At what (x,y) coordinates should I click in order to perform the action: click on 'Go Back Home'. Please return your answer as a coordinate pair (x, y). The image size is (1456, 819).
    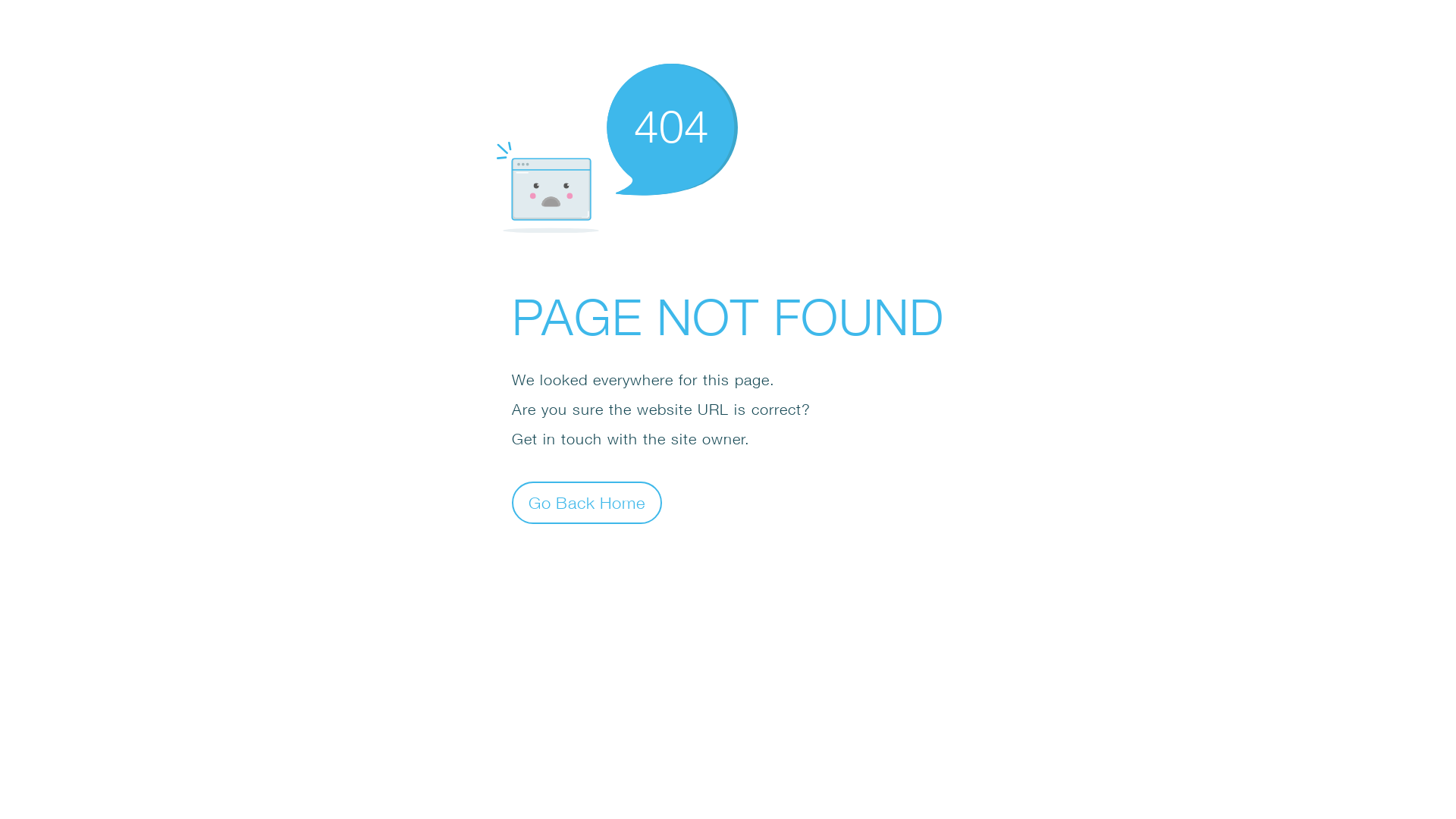
    Looking at the image, I should click on (585, 503).